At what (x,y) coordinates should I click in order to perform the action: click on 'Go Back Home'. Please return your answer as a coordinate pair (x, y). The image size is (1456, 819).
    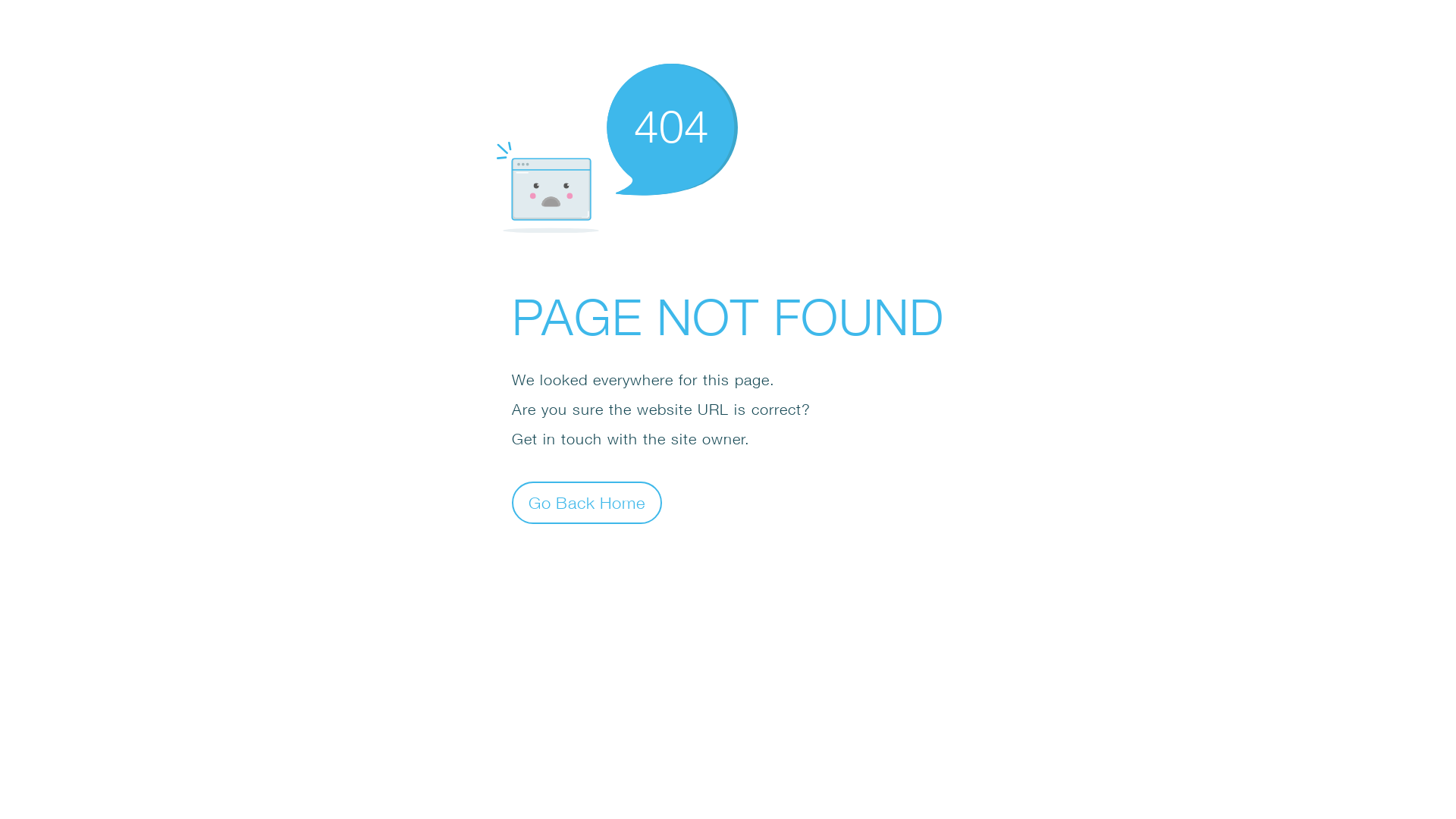
    Looking at the image, I should click on (585, 503).